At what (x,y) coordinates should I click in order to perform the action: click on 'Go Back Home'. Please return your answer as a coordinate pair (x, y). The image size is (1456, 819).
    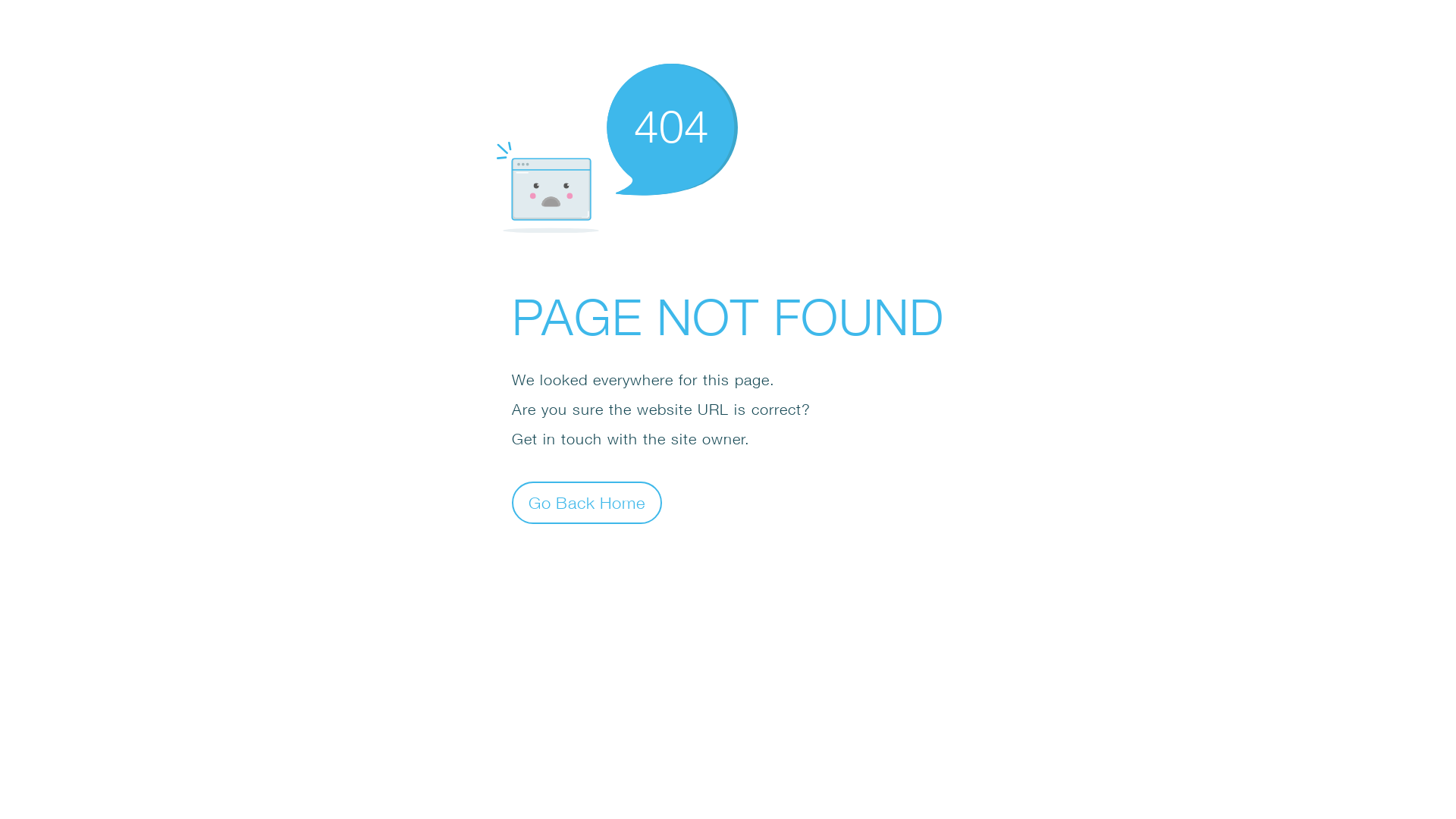
    Looking at the image, I should click on (585, 503).